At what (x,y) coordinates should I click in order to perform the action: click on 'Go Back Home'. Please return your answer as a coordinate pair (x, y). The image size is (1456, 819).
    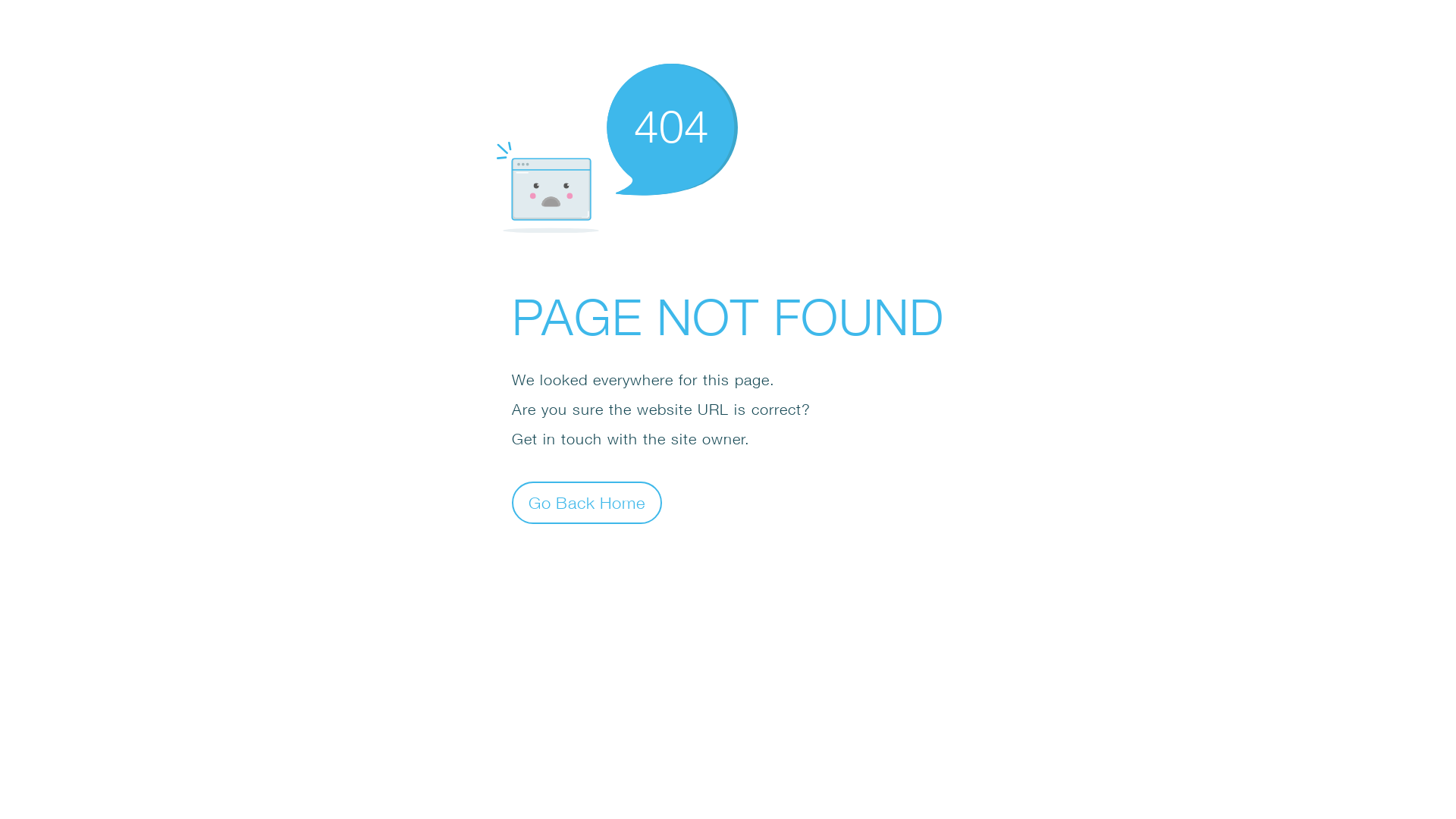
    Looking at the image, I should click on (585, 503).